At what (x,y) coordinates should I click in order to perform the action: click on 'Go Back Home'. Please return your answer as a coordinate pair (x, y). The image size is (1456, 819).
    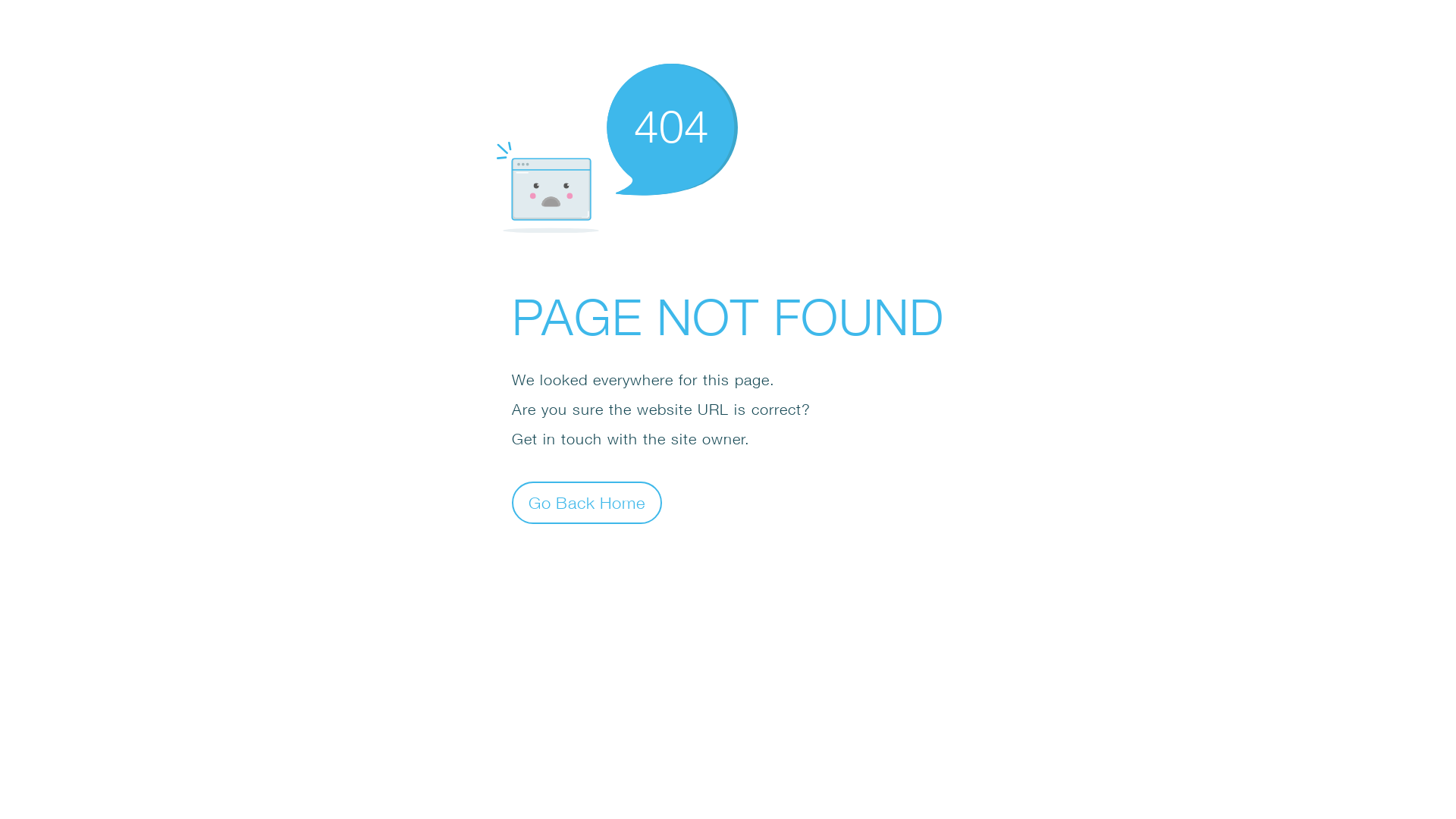
    Looking at the image, I should click on (585, 503).